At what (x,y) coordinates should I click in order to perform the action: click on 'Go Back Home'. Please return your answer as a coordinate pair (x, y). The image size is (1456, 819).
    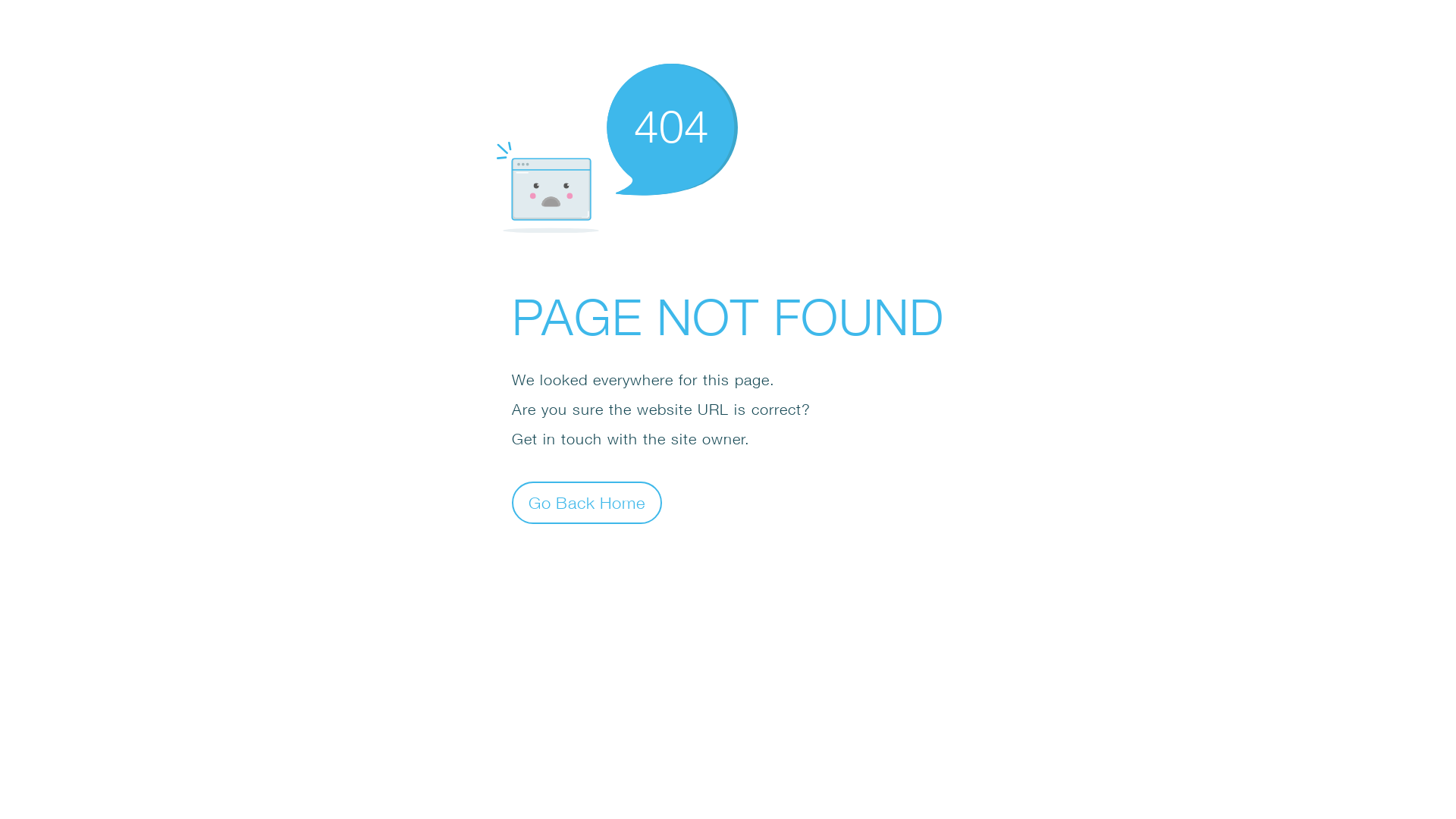
    Looking at the image, I should click on (585, 503).